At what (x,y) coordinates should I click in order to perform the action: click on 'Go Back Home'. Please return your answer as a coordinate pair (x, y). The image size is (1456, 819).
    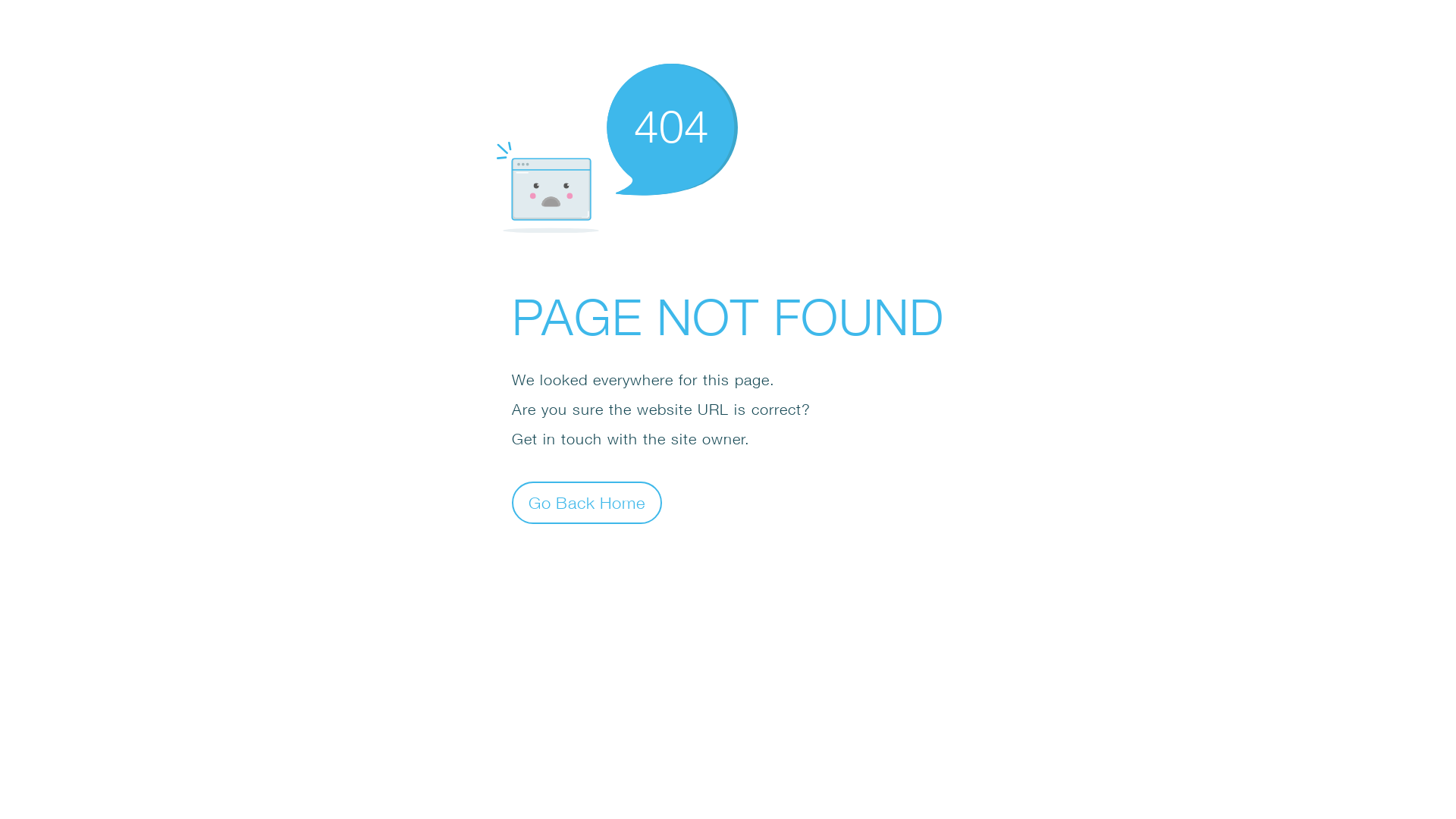
    Looking at the image, I should click on (585, 503).